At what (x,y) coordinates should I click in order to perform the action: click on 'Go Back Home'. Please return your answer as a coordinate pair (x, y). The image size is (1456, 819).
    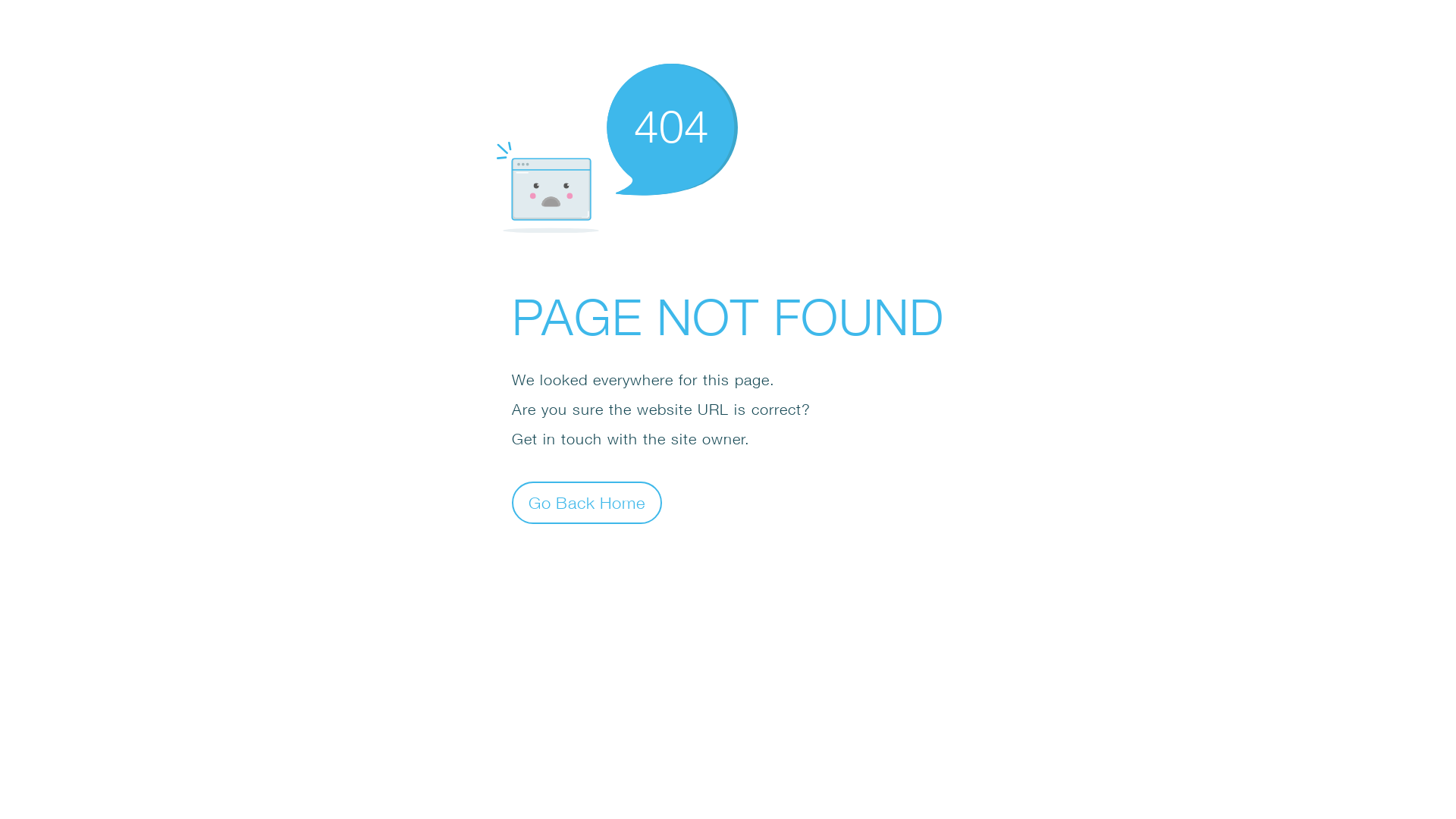
    Looking at the image, I should click on (585, 503).